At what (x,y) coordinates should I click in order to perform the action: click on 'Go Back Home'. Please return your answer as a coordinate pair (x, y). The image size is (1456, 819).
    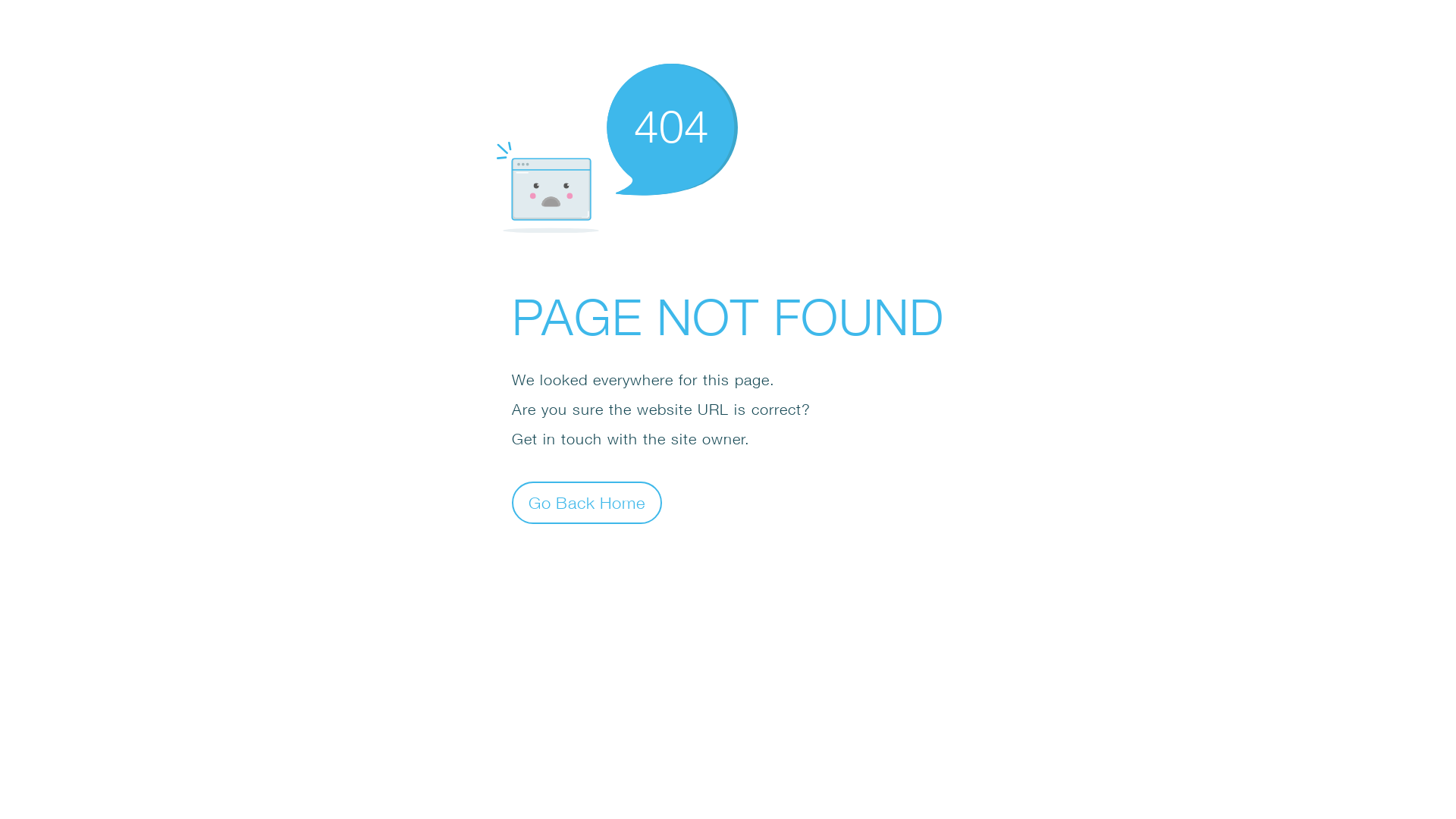
    Looking at the image, I should click on (585, 503).